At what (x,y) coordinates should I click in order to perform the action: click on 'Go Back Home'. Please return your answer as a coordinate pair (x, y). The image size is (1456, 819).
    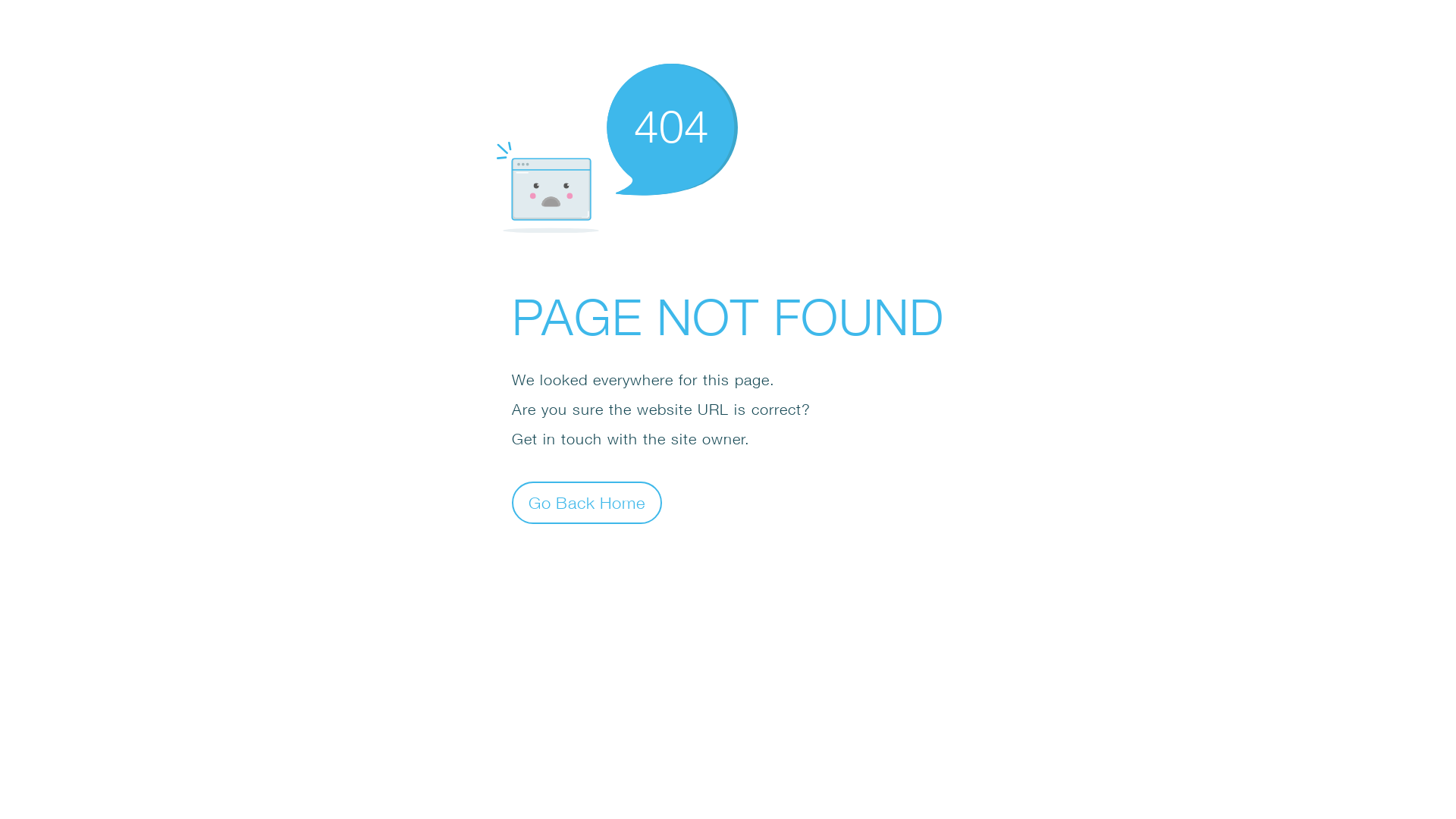
    Looking at the image, I should click on (585, 503).